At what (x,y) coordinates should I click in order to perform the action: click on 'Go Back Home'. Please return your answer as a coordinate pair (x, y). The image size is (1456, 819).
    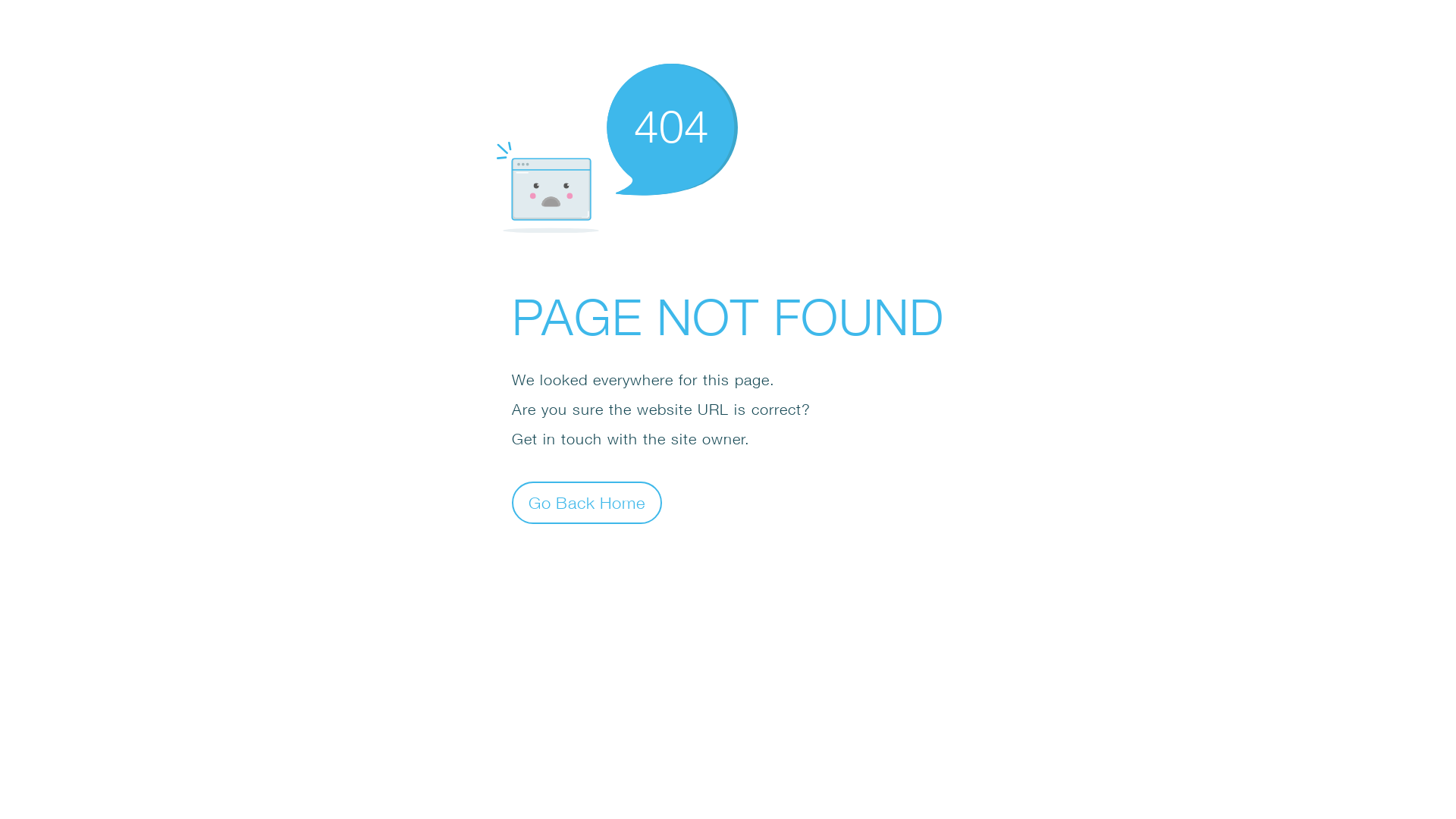
    Looking at the image, I should click on (585, 503).